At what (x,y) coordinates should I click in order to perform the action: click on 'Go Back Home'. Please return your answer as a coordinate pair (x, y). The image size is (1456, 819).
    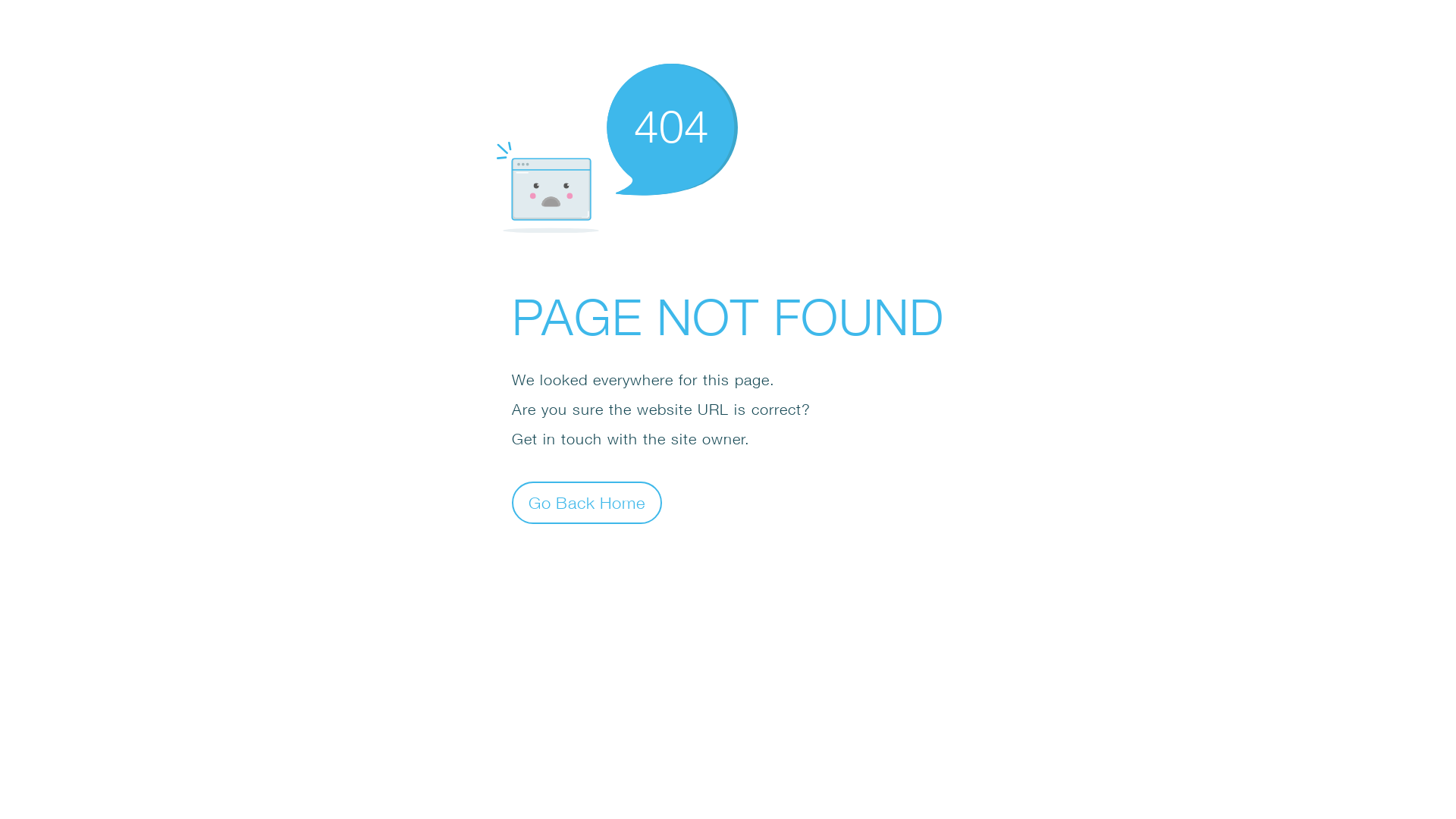
    Looking at the image, I should click on (585, 503).